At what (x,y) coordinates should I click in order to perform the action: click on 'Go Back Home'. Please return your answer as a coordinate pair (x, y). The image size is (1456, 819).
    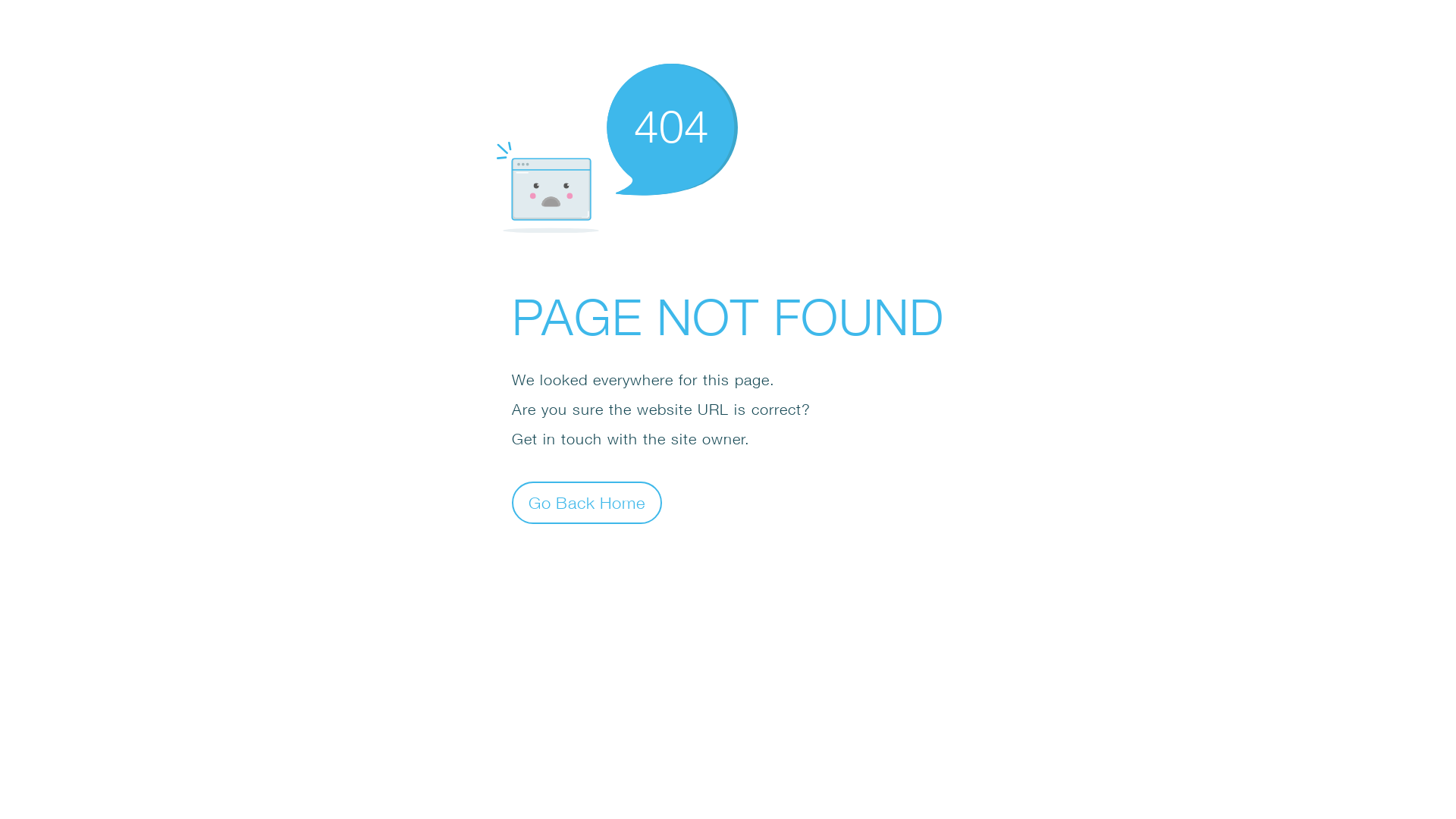
    Looking at the image, I should click on (585, 503).